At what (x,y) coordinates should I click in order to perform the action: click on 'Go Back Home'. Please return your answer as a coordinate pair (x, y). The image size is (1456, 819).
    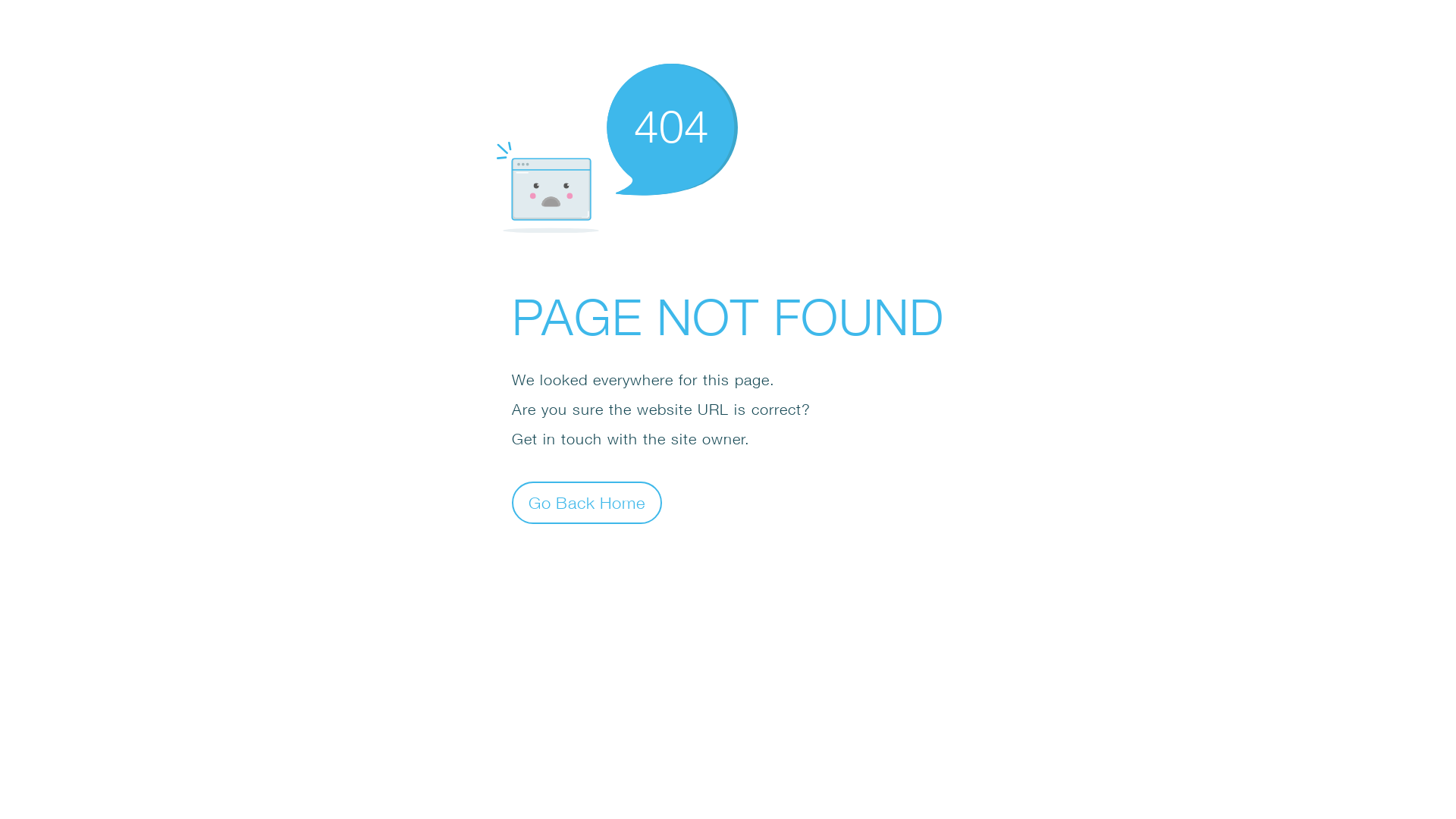
    Looking at the image, I should click on (585, 503).